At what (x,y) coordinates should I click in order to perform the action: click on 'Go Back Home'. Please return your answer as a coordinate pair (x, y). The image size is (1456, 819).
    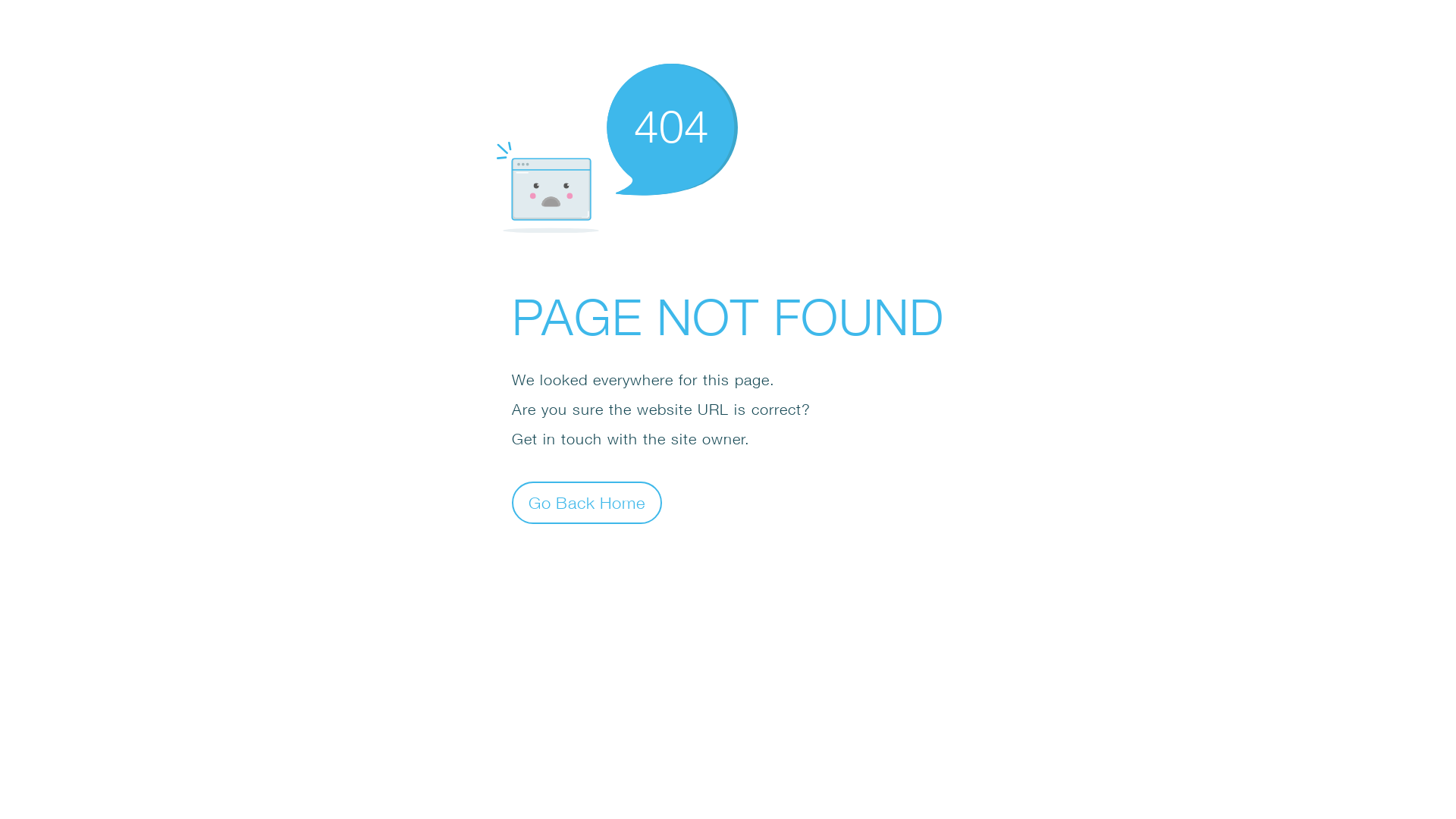
    Looking at the image, I should click on (585, 503).